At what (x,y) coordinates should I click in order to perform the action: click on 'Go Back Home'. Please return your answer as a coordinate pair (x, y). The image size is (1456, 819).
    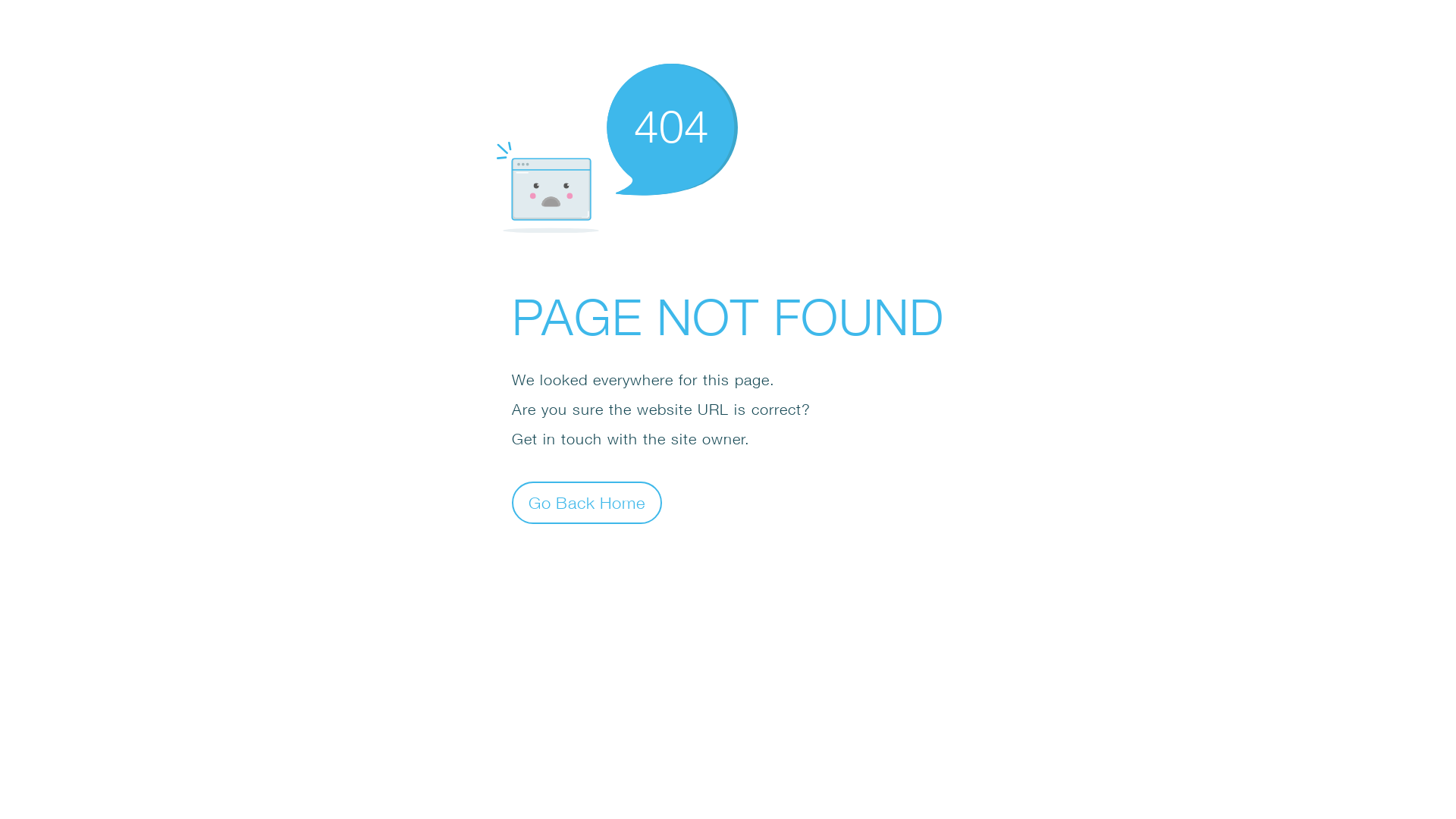
    Looking at the image, I should click on (585, 503).